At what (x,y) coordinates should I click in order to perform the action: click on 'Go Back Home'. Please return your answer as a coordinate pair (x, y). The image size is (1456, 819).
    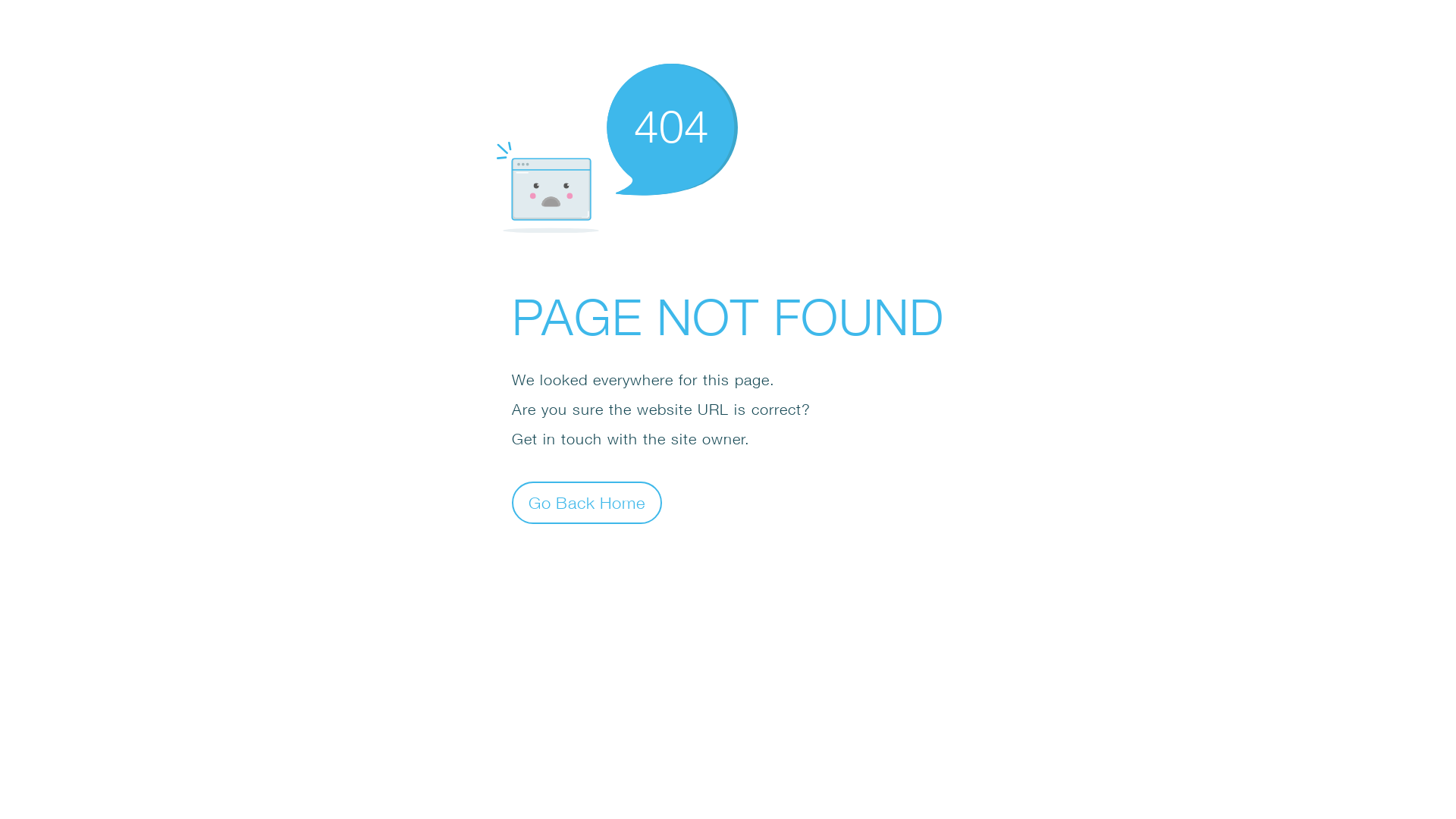
    Looking at the image, I should click on (585, 503).